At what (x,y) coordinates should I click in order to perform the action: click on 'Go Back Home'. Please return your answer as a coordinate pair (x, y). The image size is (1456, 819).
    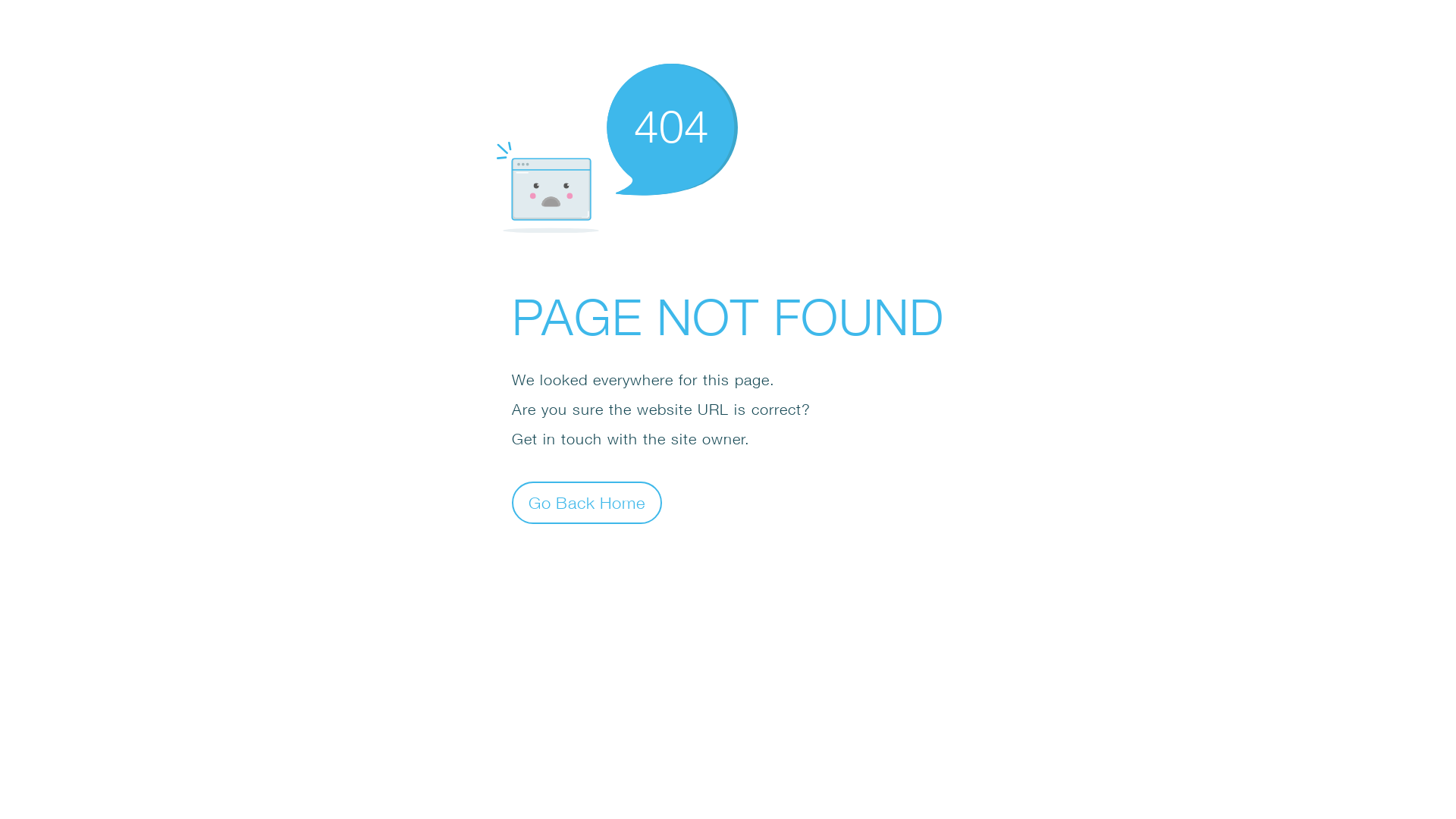
    Looking at the image, I should click on (585, 503).